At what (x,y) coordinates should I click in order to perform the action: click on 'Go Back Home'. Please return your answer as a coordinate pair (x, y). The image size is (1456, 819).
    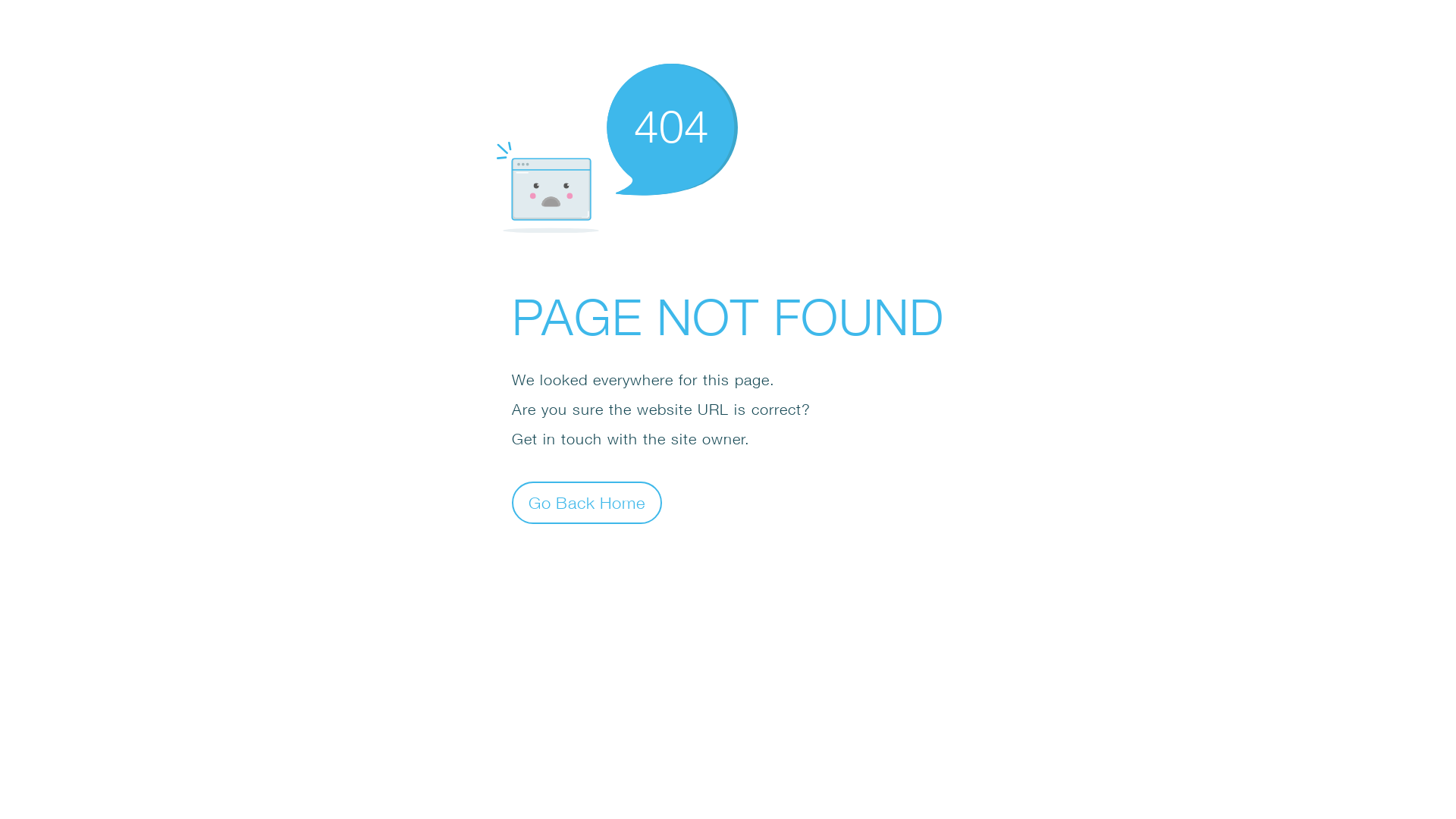
    Looking at the image, I should click on (585, 503).